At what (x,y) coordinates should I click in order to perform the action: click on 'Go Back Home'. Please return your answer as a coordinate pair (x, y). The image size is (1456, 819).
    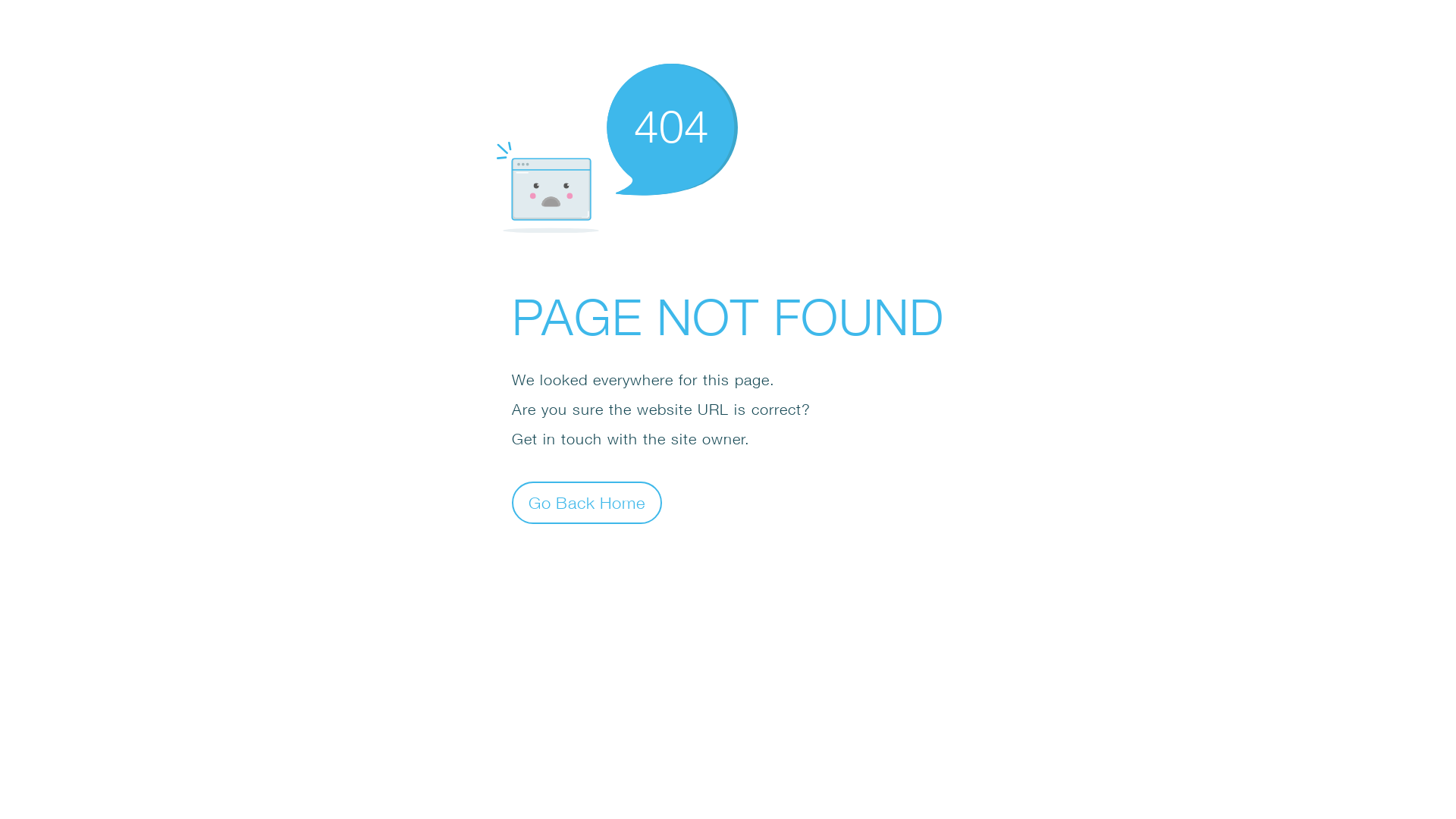
    Looking at the image, I should click on (585, 503).